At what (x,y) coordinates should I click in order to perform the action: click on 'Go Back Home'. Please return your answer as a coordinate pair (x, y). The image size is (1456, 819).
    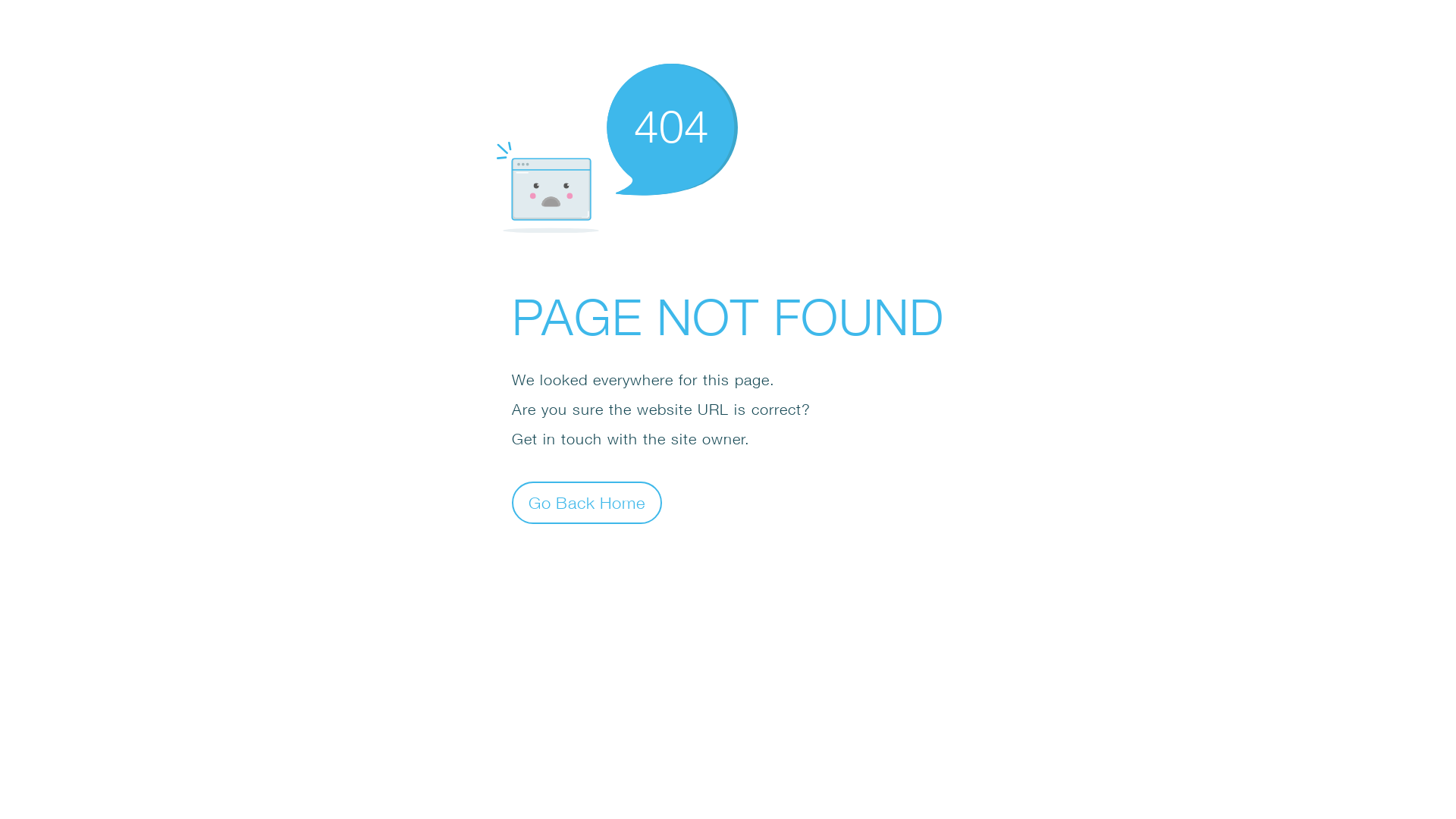
    Looking at the image, I should click on (585, 503).